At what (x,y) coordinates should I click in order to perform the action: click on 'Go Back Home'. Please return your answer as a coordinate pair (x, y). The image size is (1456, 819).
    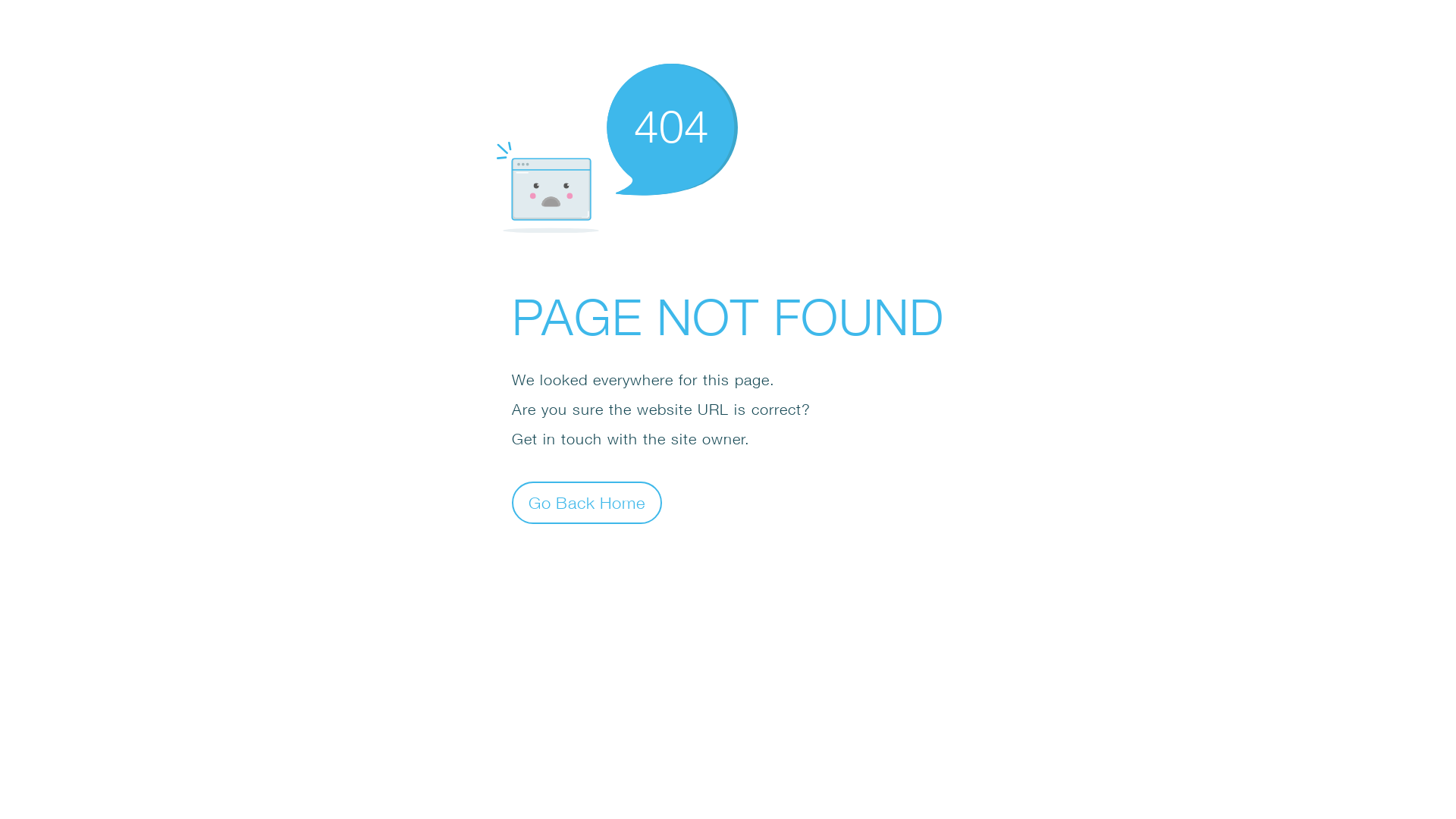
    Looking at the image, I should click on (585, 503).